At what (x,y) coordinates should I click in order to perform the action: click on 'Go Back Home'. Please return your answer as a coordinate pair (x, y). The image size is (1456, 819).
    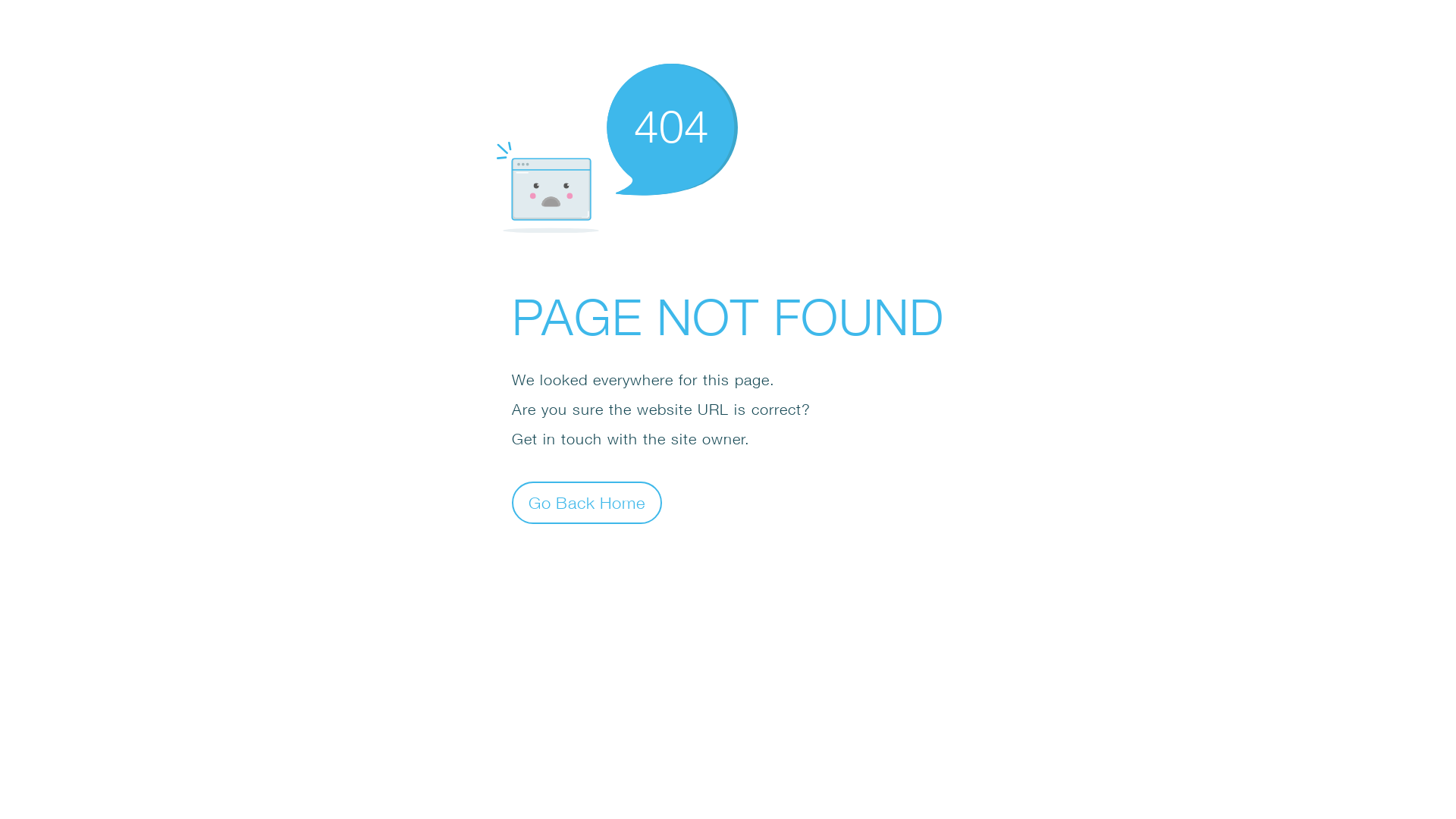
    Looking at the image, I should click on (585, 503).